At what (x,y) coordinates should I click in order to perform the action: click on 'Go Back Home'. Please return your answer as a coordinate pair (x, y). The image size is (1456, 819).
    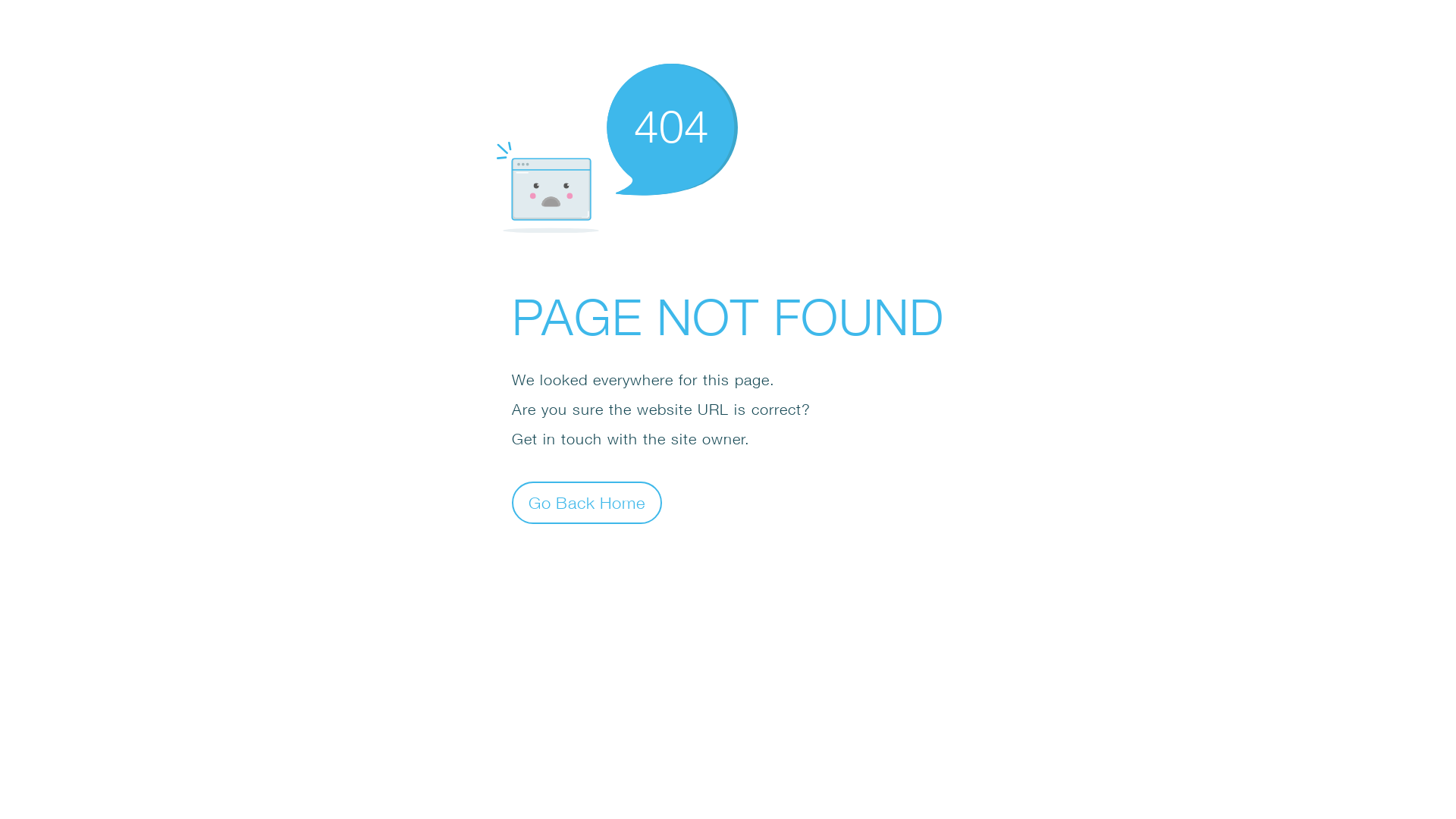
    Looking at the image, I should click on (585, 503).